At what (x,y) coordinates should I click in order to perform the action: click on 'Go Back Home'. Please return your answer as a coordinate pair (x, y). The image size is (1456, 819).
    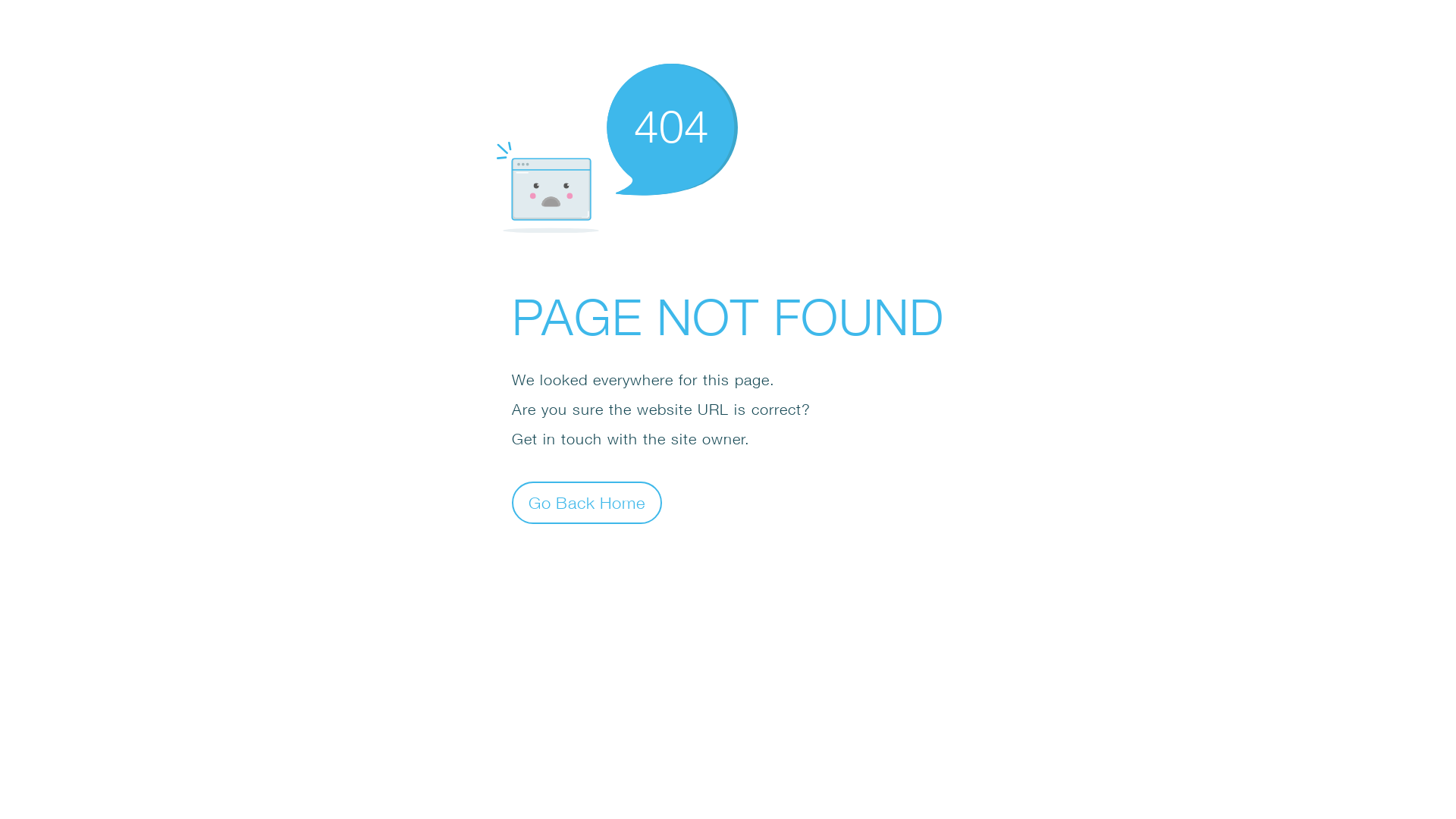
    Looking at the image, I should click on (585, 503).